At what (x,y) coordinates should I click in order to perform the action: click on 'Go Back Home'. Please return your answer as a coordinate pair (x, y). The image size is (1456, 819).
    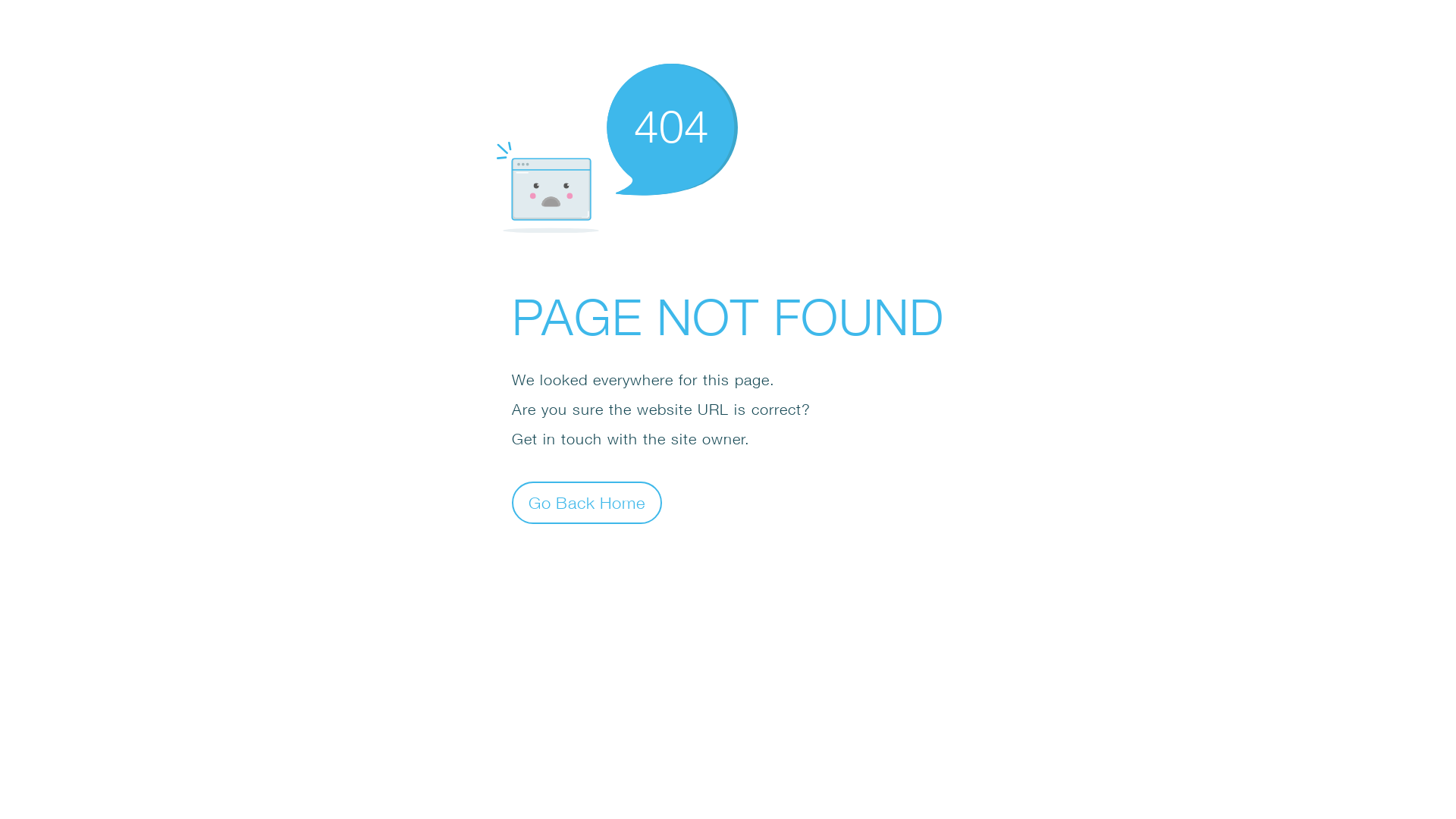
    Looking at the image, I should click on (585, 503).